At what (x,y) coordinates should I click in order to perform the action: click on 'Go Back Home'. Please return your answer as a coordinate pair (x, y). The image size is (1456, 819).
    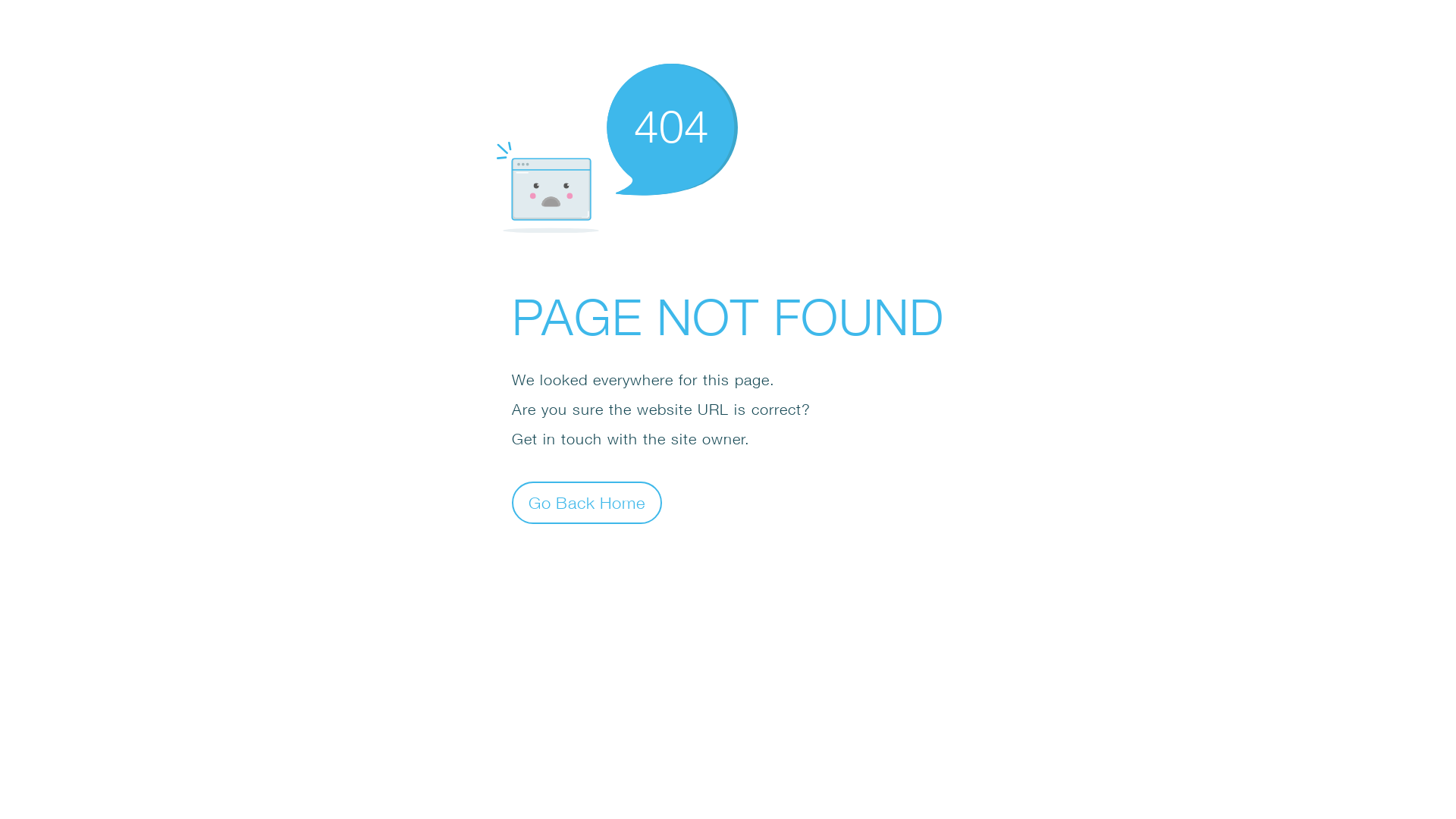
    Looking at the image, I should click on (585, 503).